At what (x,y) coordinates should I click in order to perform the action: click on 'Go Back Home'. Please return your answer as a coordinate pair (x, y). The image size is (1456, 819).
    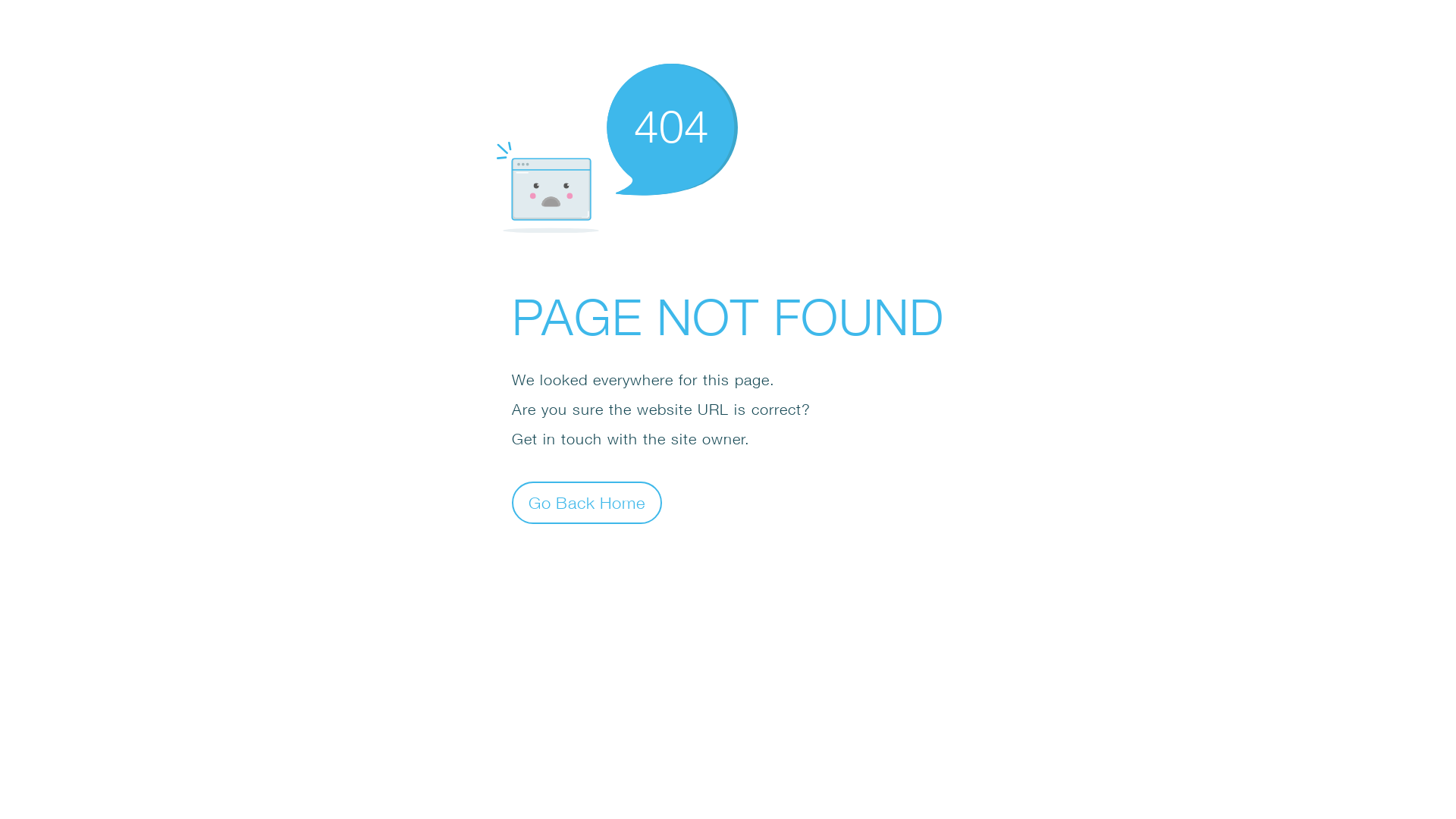
    Looking at the image, I should click on (585, 503).